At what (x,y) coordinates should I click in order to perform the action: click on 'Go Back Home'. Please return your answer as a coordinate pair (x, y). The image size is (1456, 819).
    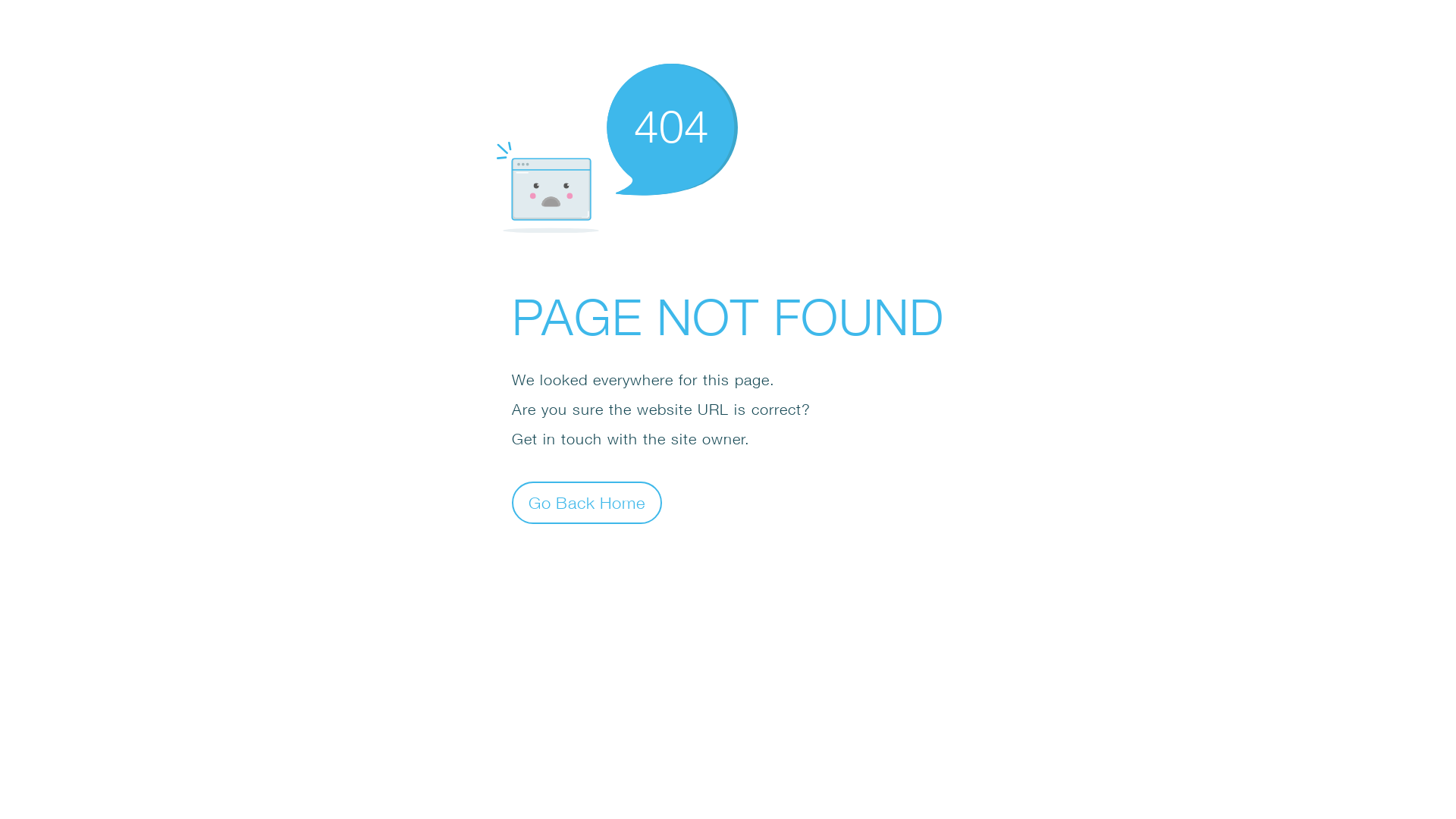
    Looking at the image, I should click on (585, 503).